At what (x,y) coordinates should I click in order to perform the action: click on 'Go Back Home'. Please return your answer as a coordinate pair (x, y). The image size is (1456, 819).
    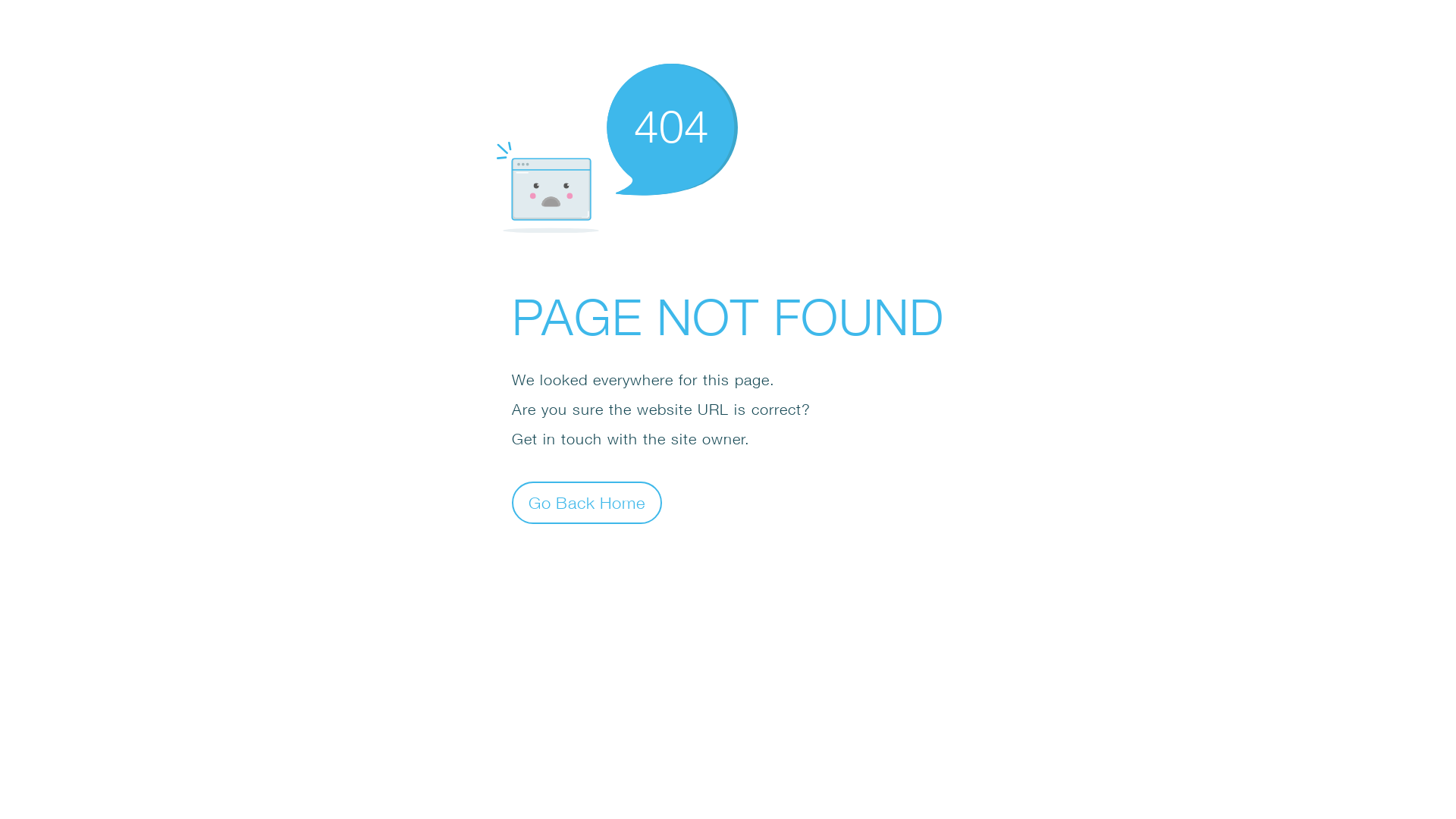
    Looking at the image, I should click on (585, 503).